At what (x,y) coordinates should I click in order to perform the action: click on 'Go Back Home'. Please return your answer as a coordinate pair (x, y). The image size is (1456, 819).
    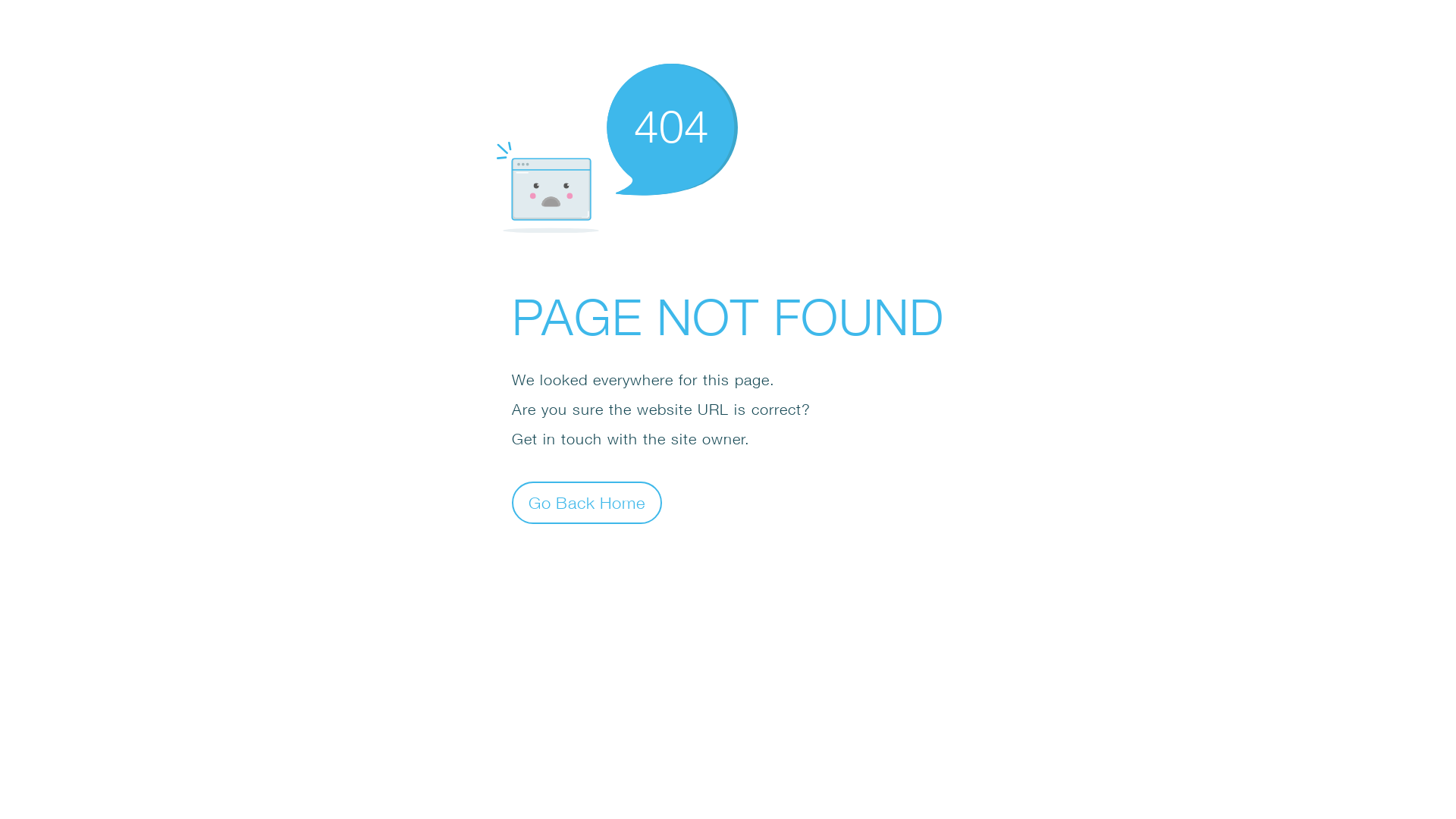
    Looking at the image, I should click on (585, 503).